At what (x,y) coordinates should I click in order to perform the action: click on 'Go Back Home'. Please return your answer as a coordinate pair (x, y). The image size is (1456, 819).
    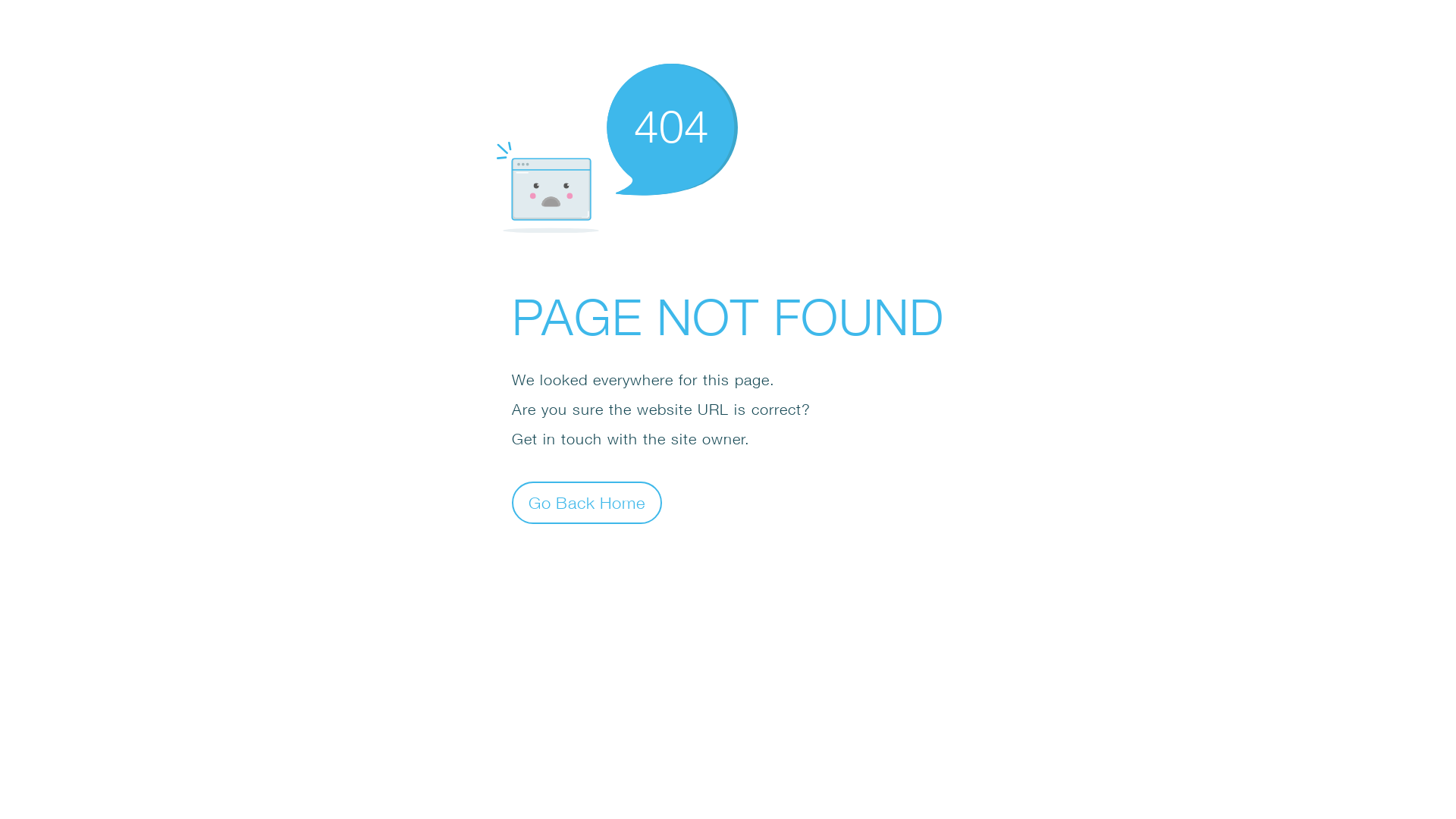
    Looking at the image, I should click on (585, 503).